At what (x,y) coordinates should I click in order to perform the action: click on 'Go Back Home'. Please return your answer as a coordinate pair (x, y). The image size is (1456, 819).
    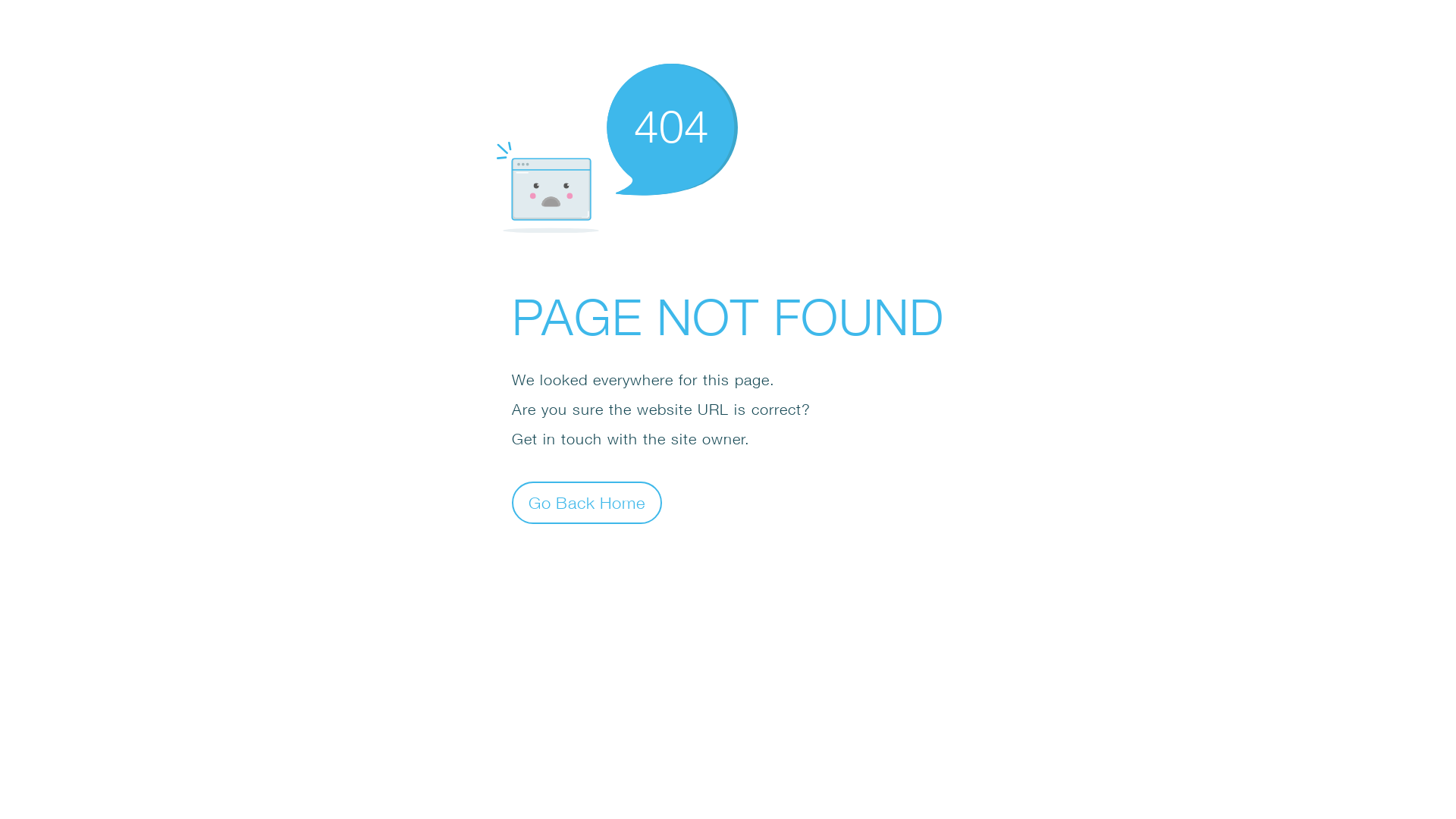
    Looking at the image, I should click on (585, 503).